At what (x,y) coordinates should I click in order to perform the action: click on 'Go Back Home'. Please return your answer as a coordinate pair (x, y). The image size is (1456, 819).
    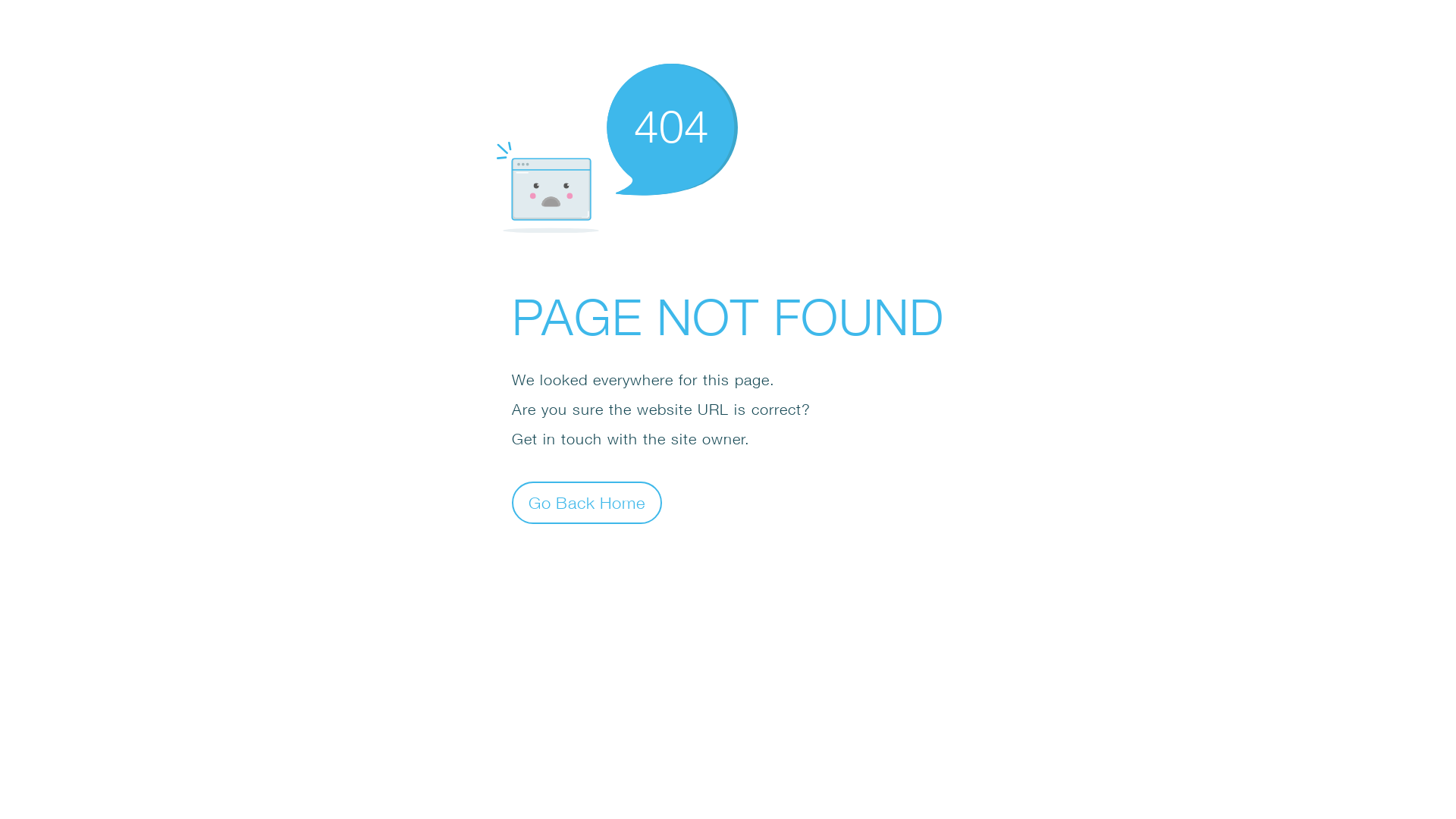
    Looking at the image, I should click on (585, 503).